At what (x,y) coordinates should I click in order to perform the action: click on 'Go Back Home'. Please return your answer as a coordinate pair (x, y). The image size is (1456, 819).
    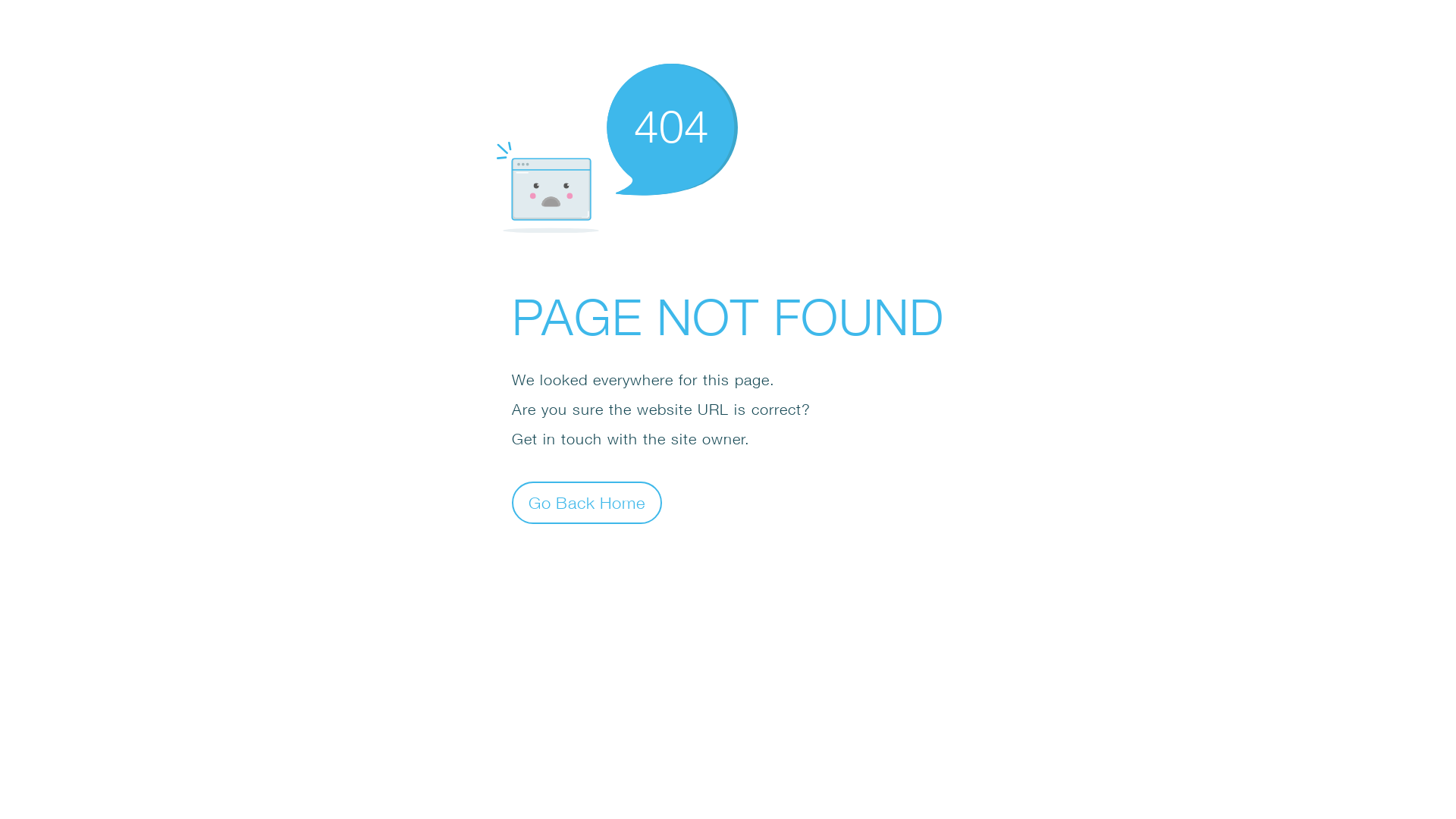
    Looking at the image, I should click on (585, 503).